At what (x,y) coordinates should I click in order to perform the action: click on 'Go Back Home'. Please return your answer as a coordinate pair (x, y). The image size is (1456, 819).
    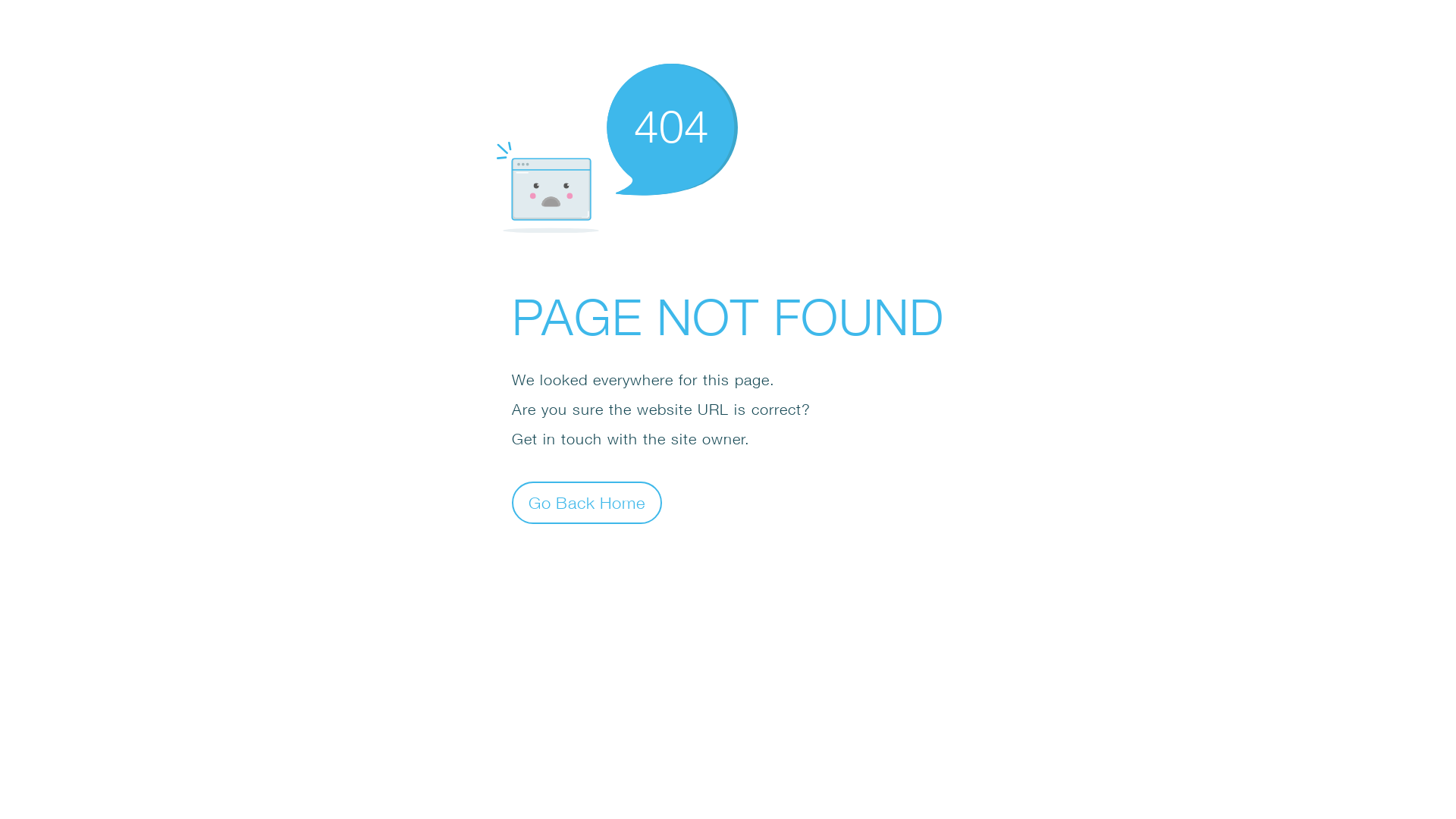
    Looking at the image, I should click on (585, 503).